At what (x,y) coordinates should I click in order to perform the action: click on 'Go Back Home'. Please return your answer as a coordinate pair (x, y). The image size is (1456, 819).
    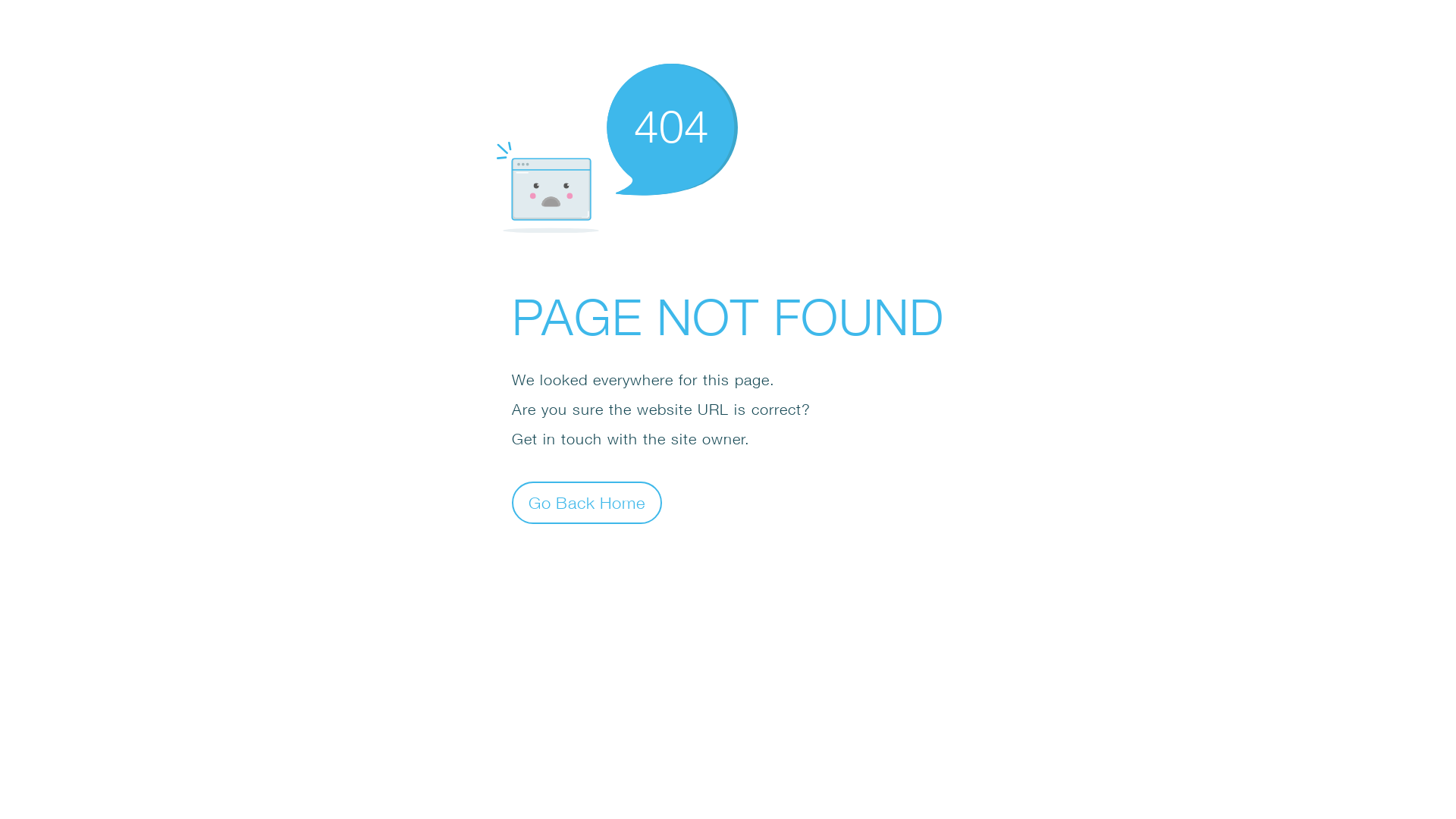
    Looking at the image, I should click on (585, 503).